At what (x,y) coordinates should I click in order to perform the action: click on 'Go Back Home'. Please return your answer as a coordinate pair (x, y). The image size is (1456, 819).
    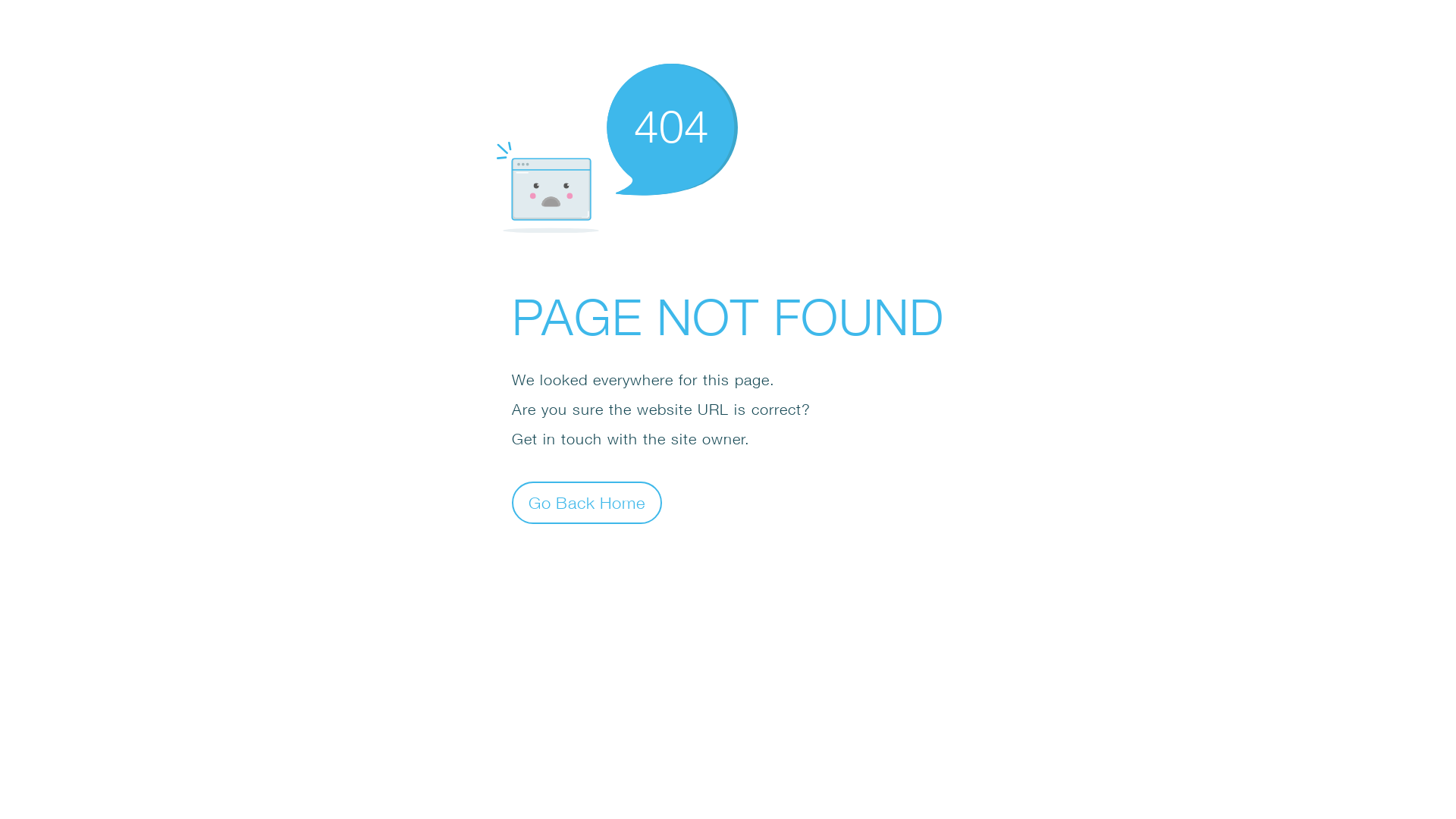
    Looking at the image, I should click on (585, 503).